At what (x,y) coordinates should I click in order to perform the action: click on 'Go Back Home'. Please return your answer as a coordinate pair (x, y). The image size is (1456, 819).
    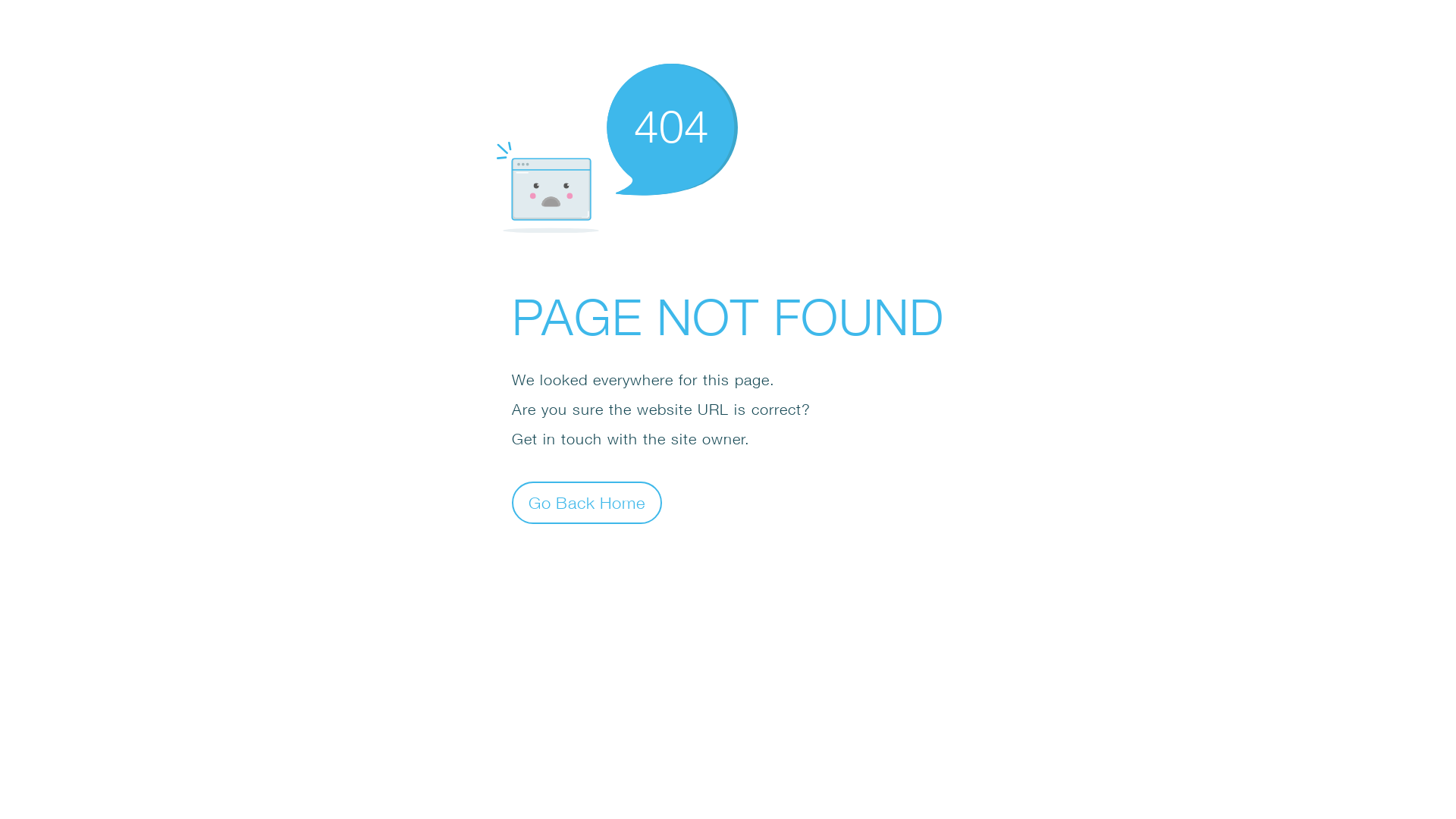
    Looking at the image, I should click on (585, 503).